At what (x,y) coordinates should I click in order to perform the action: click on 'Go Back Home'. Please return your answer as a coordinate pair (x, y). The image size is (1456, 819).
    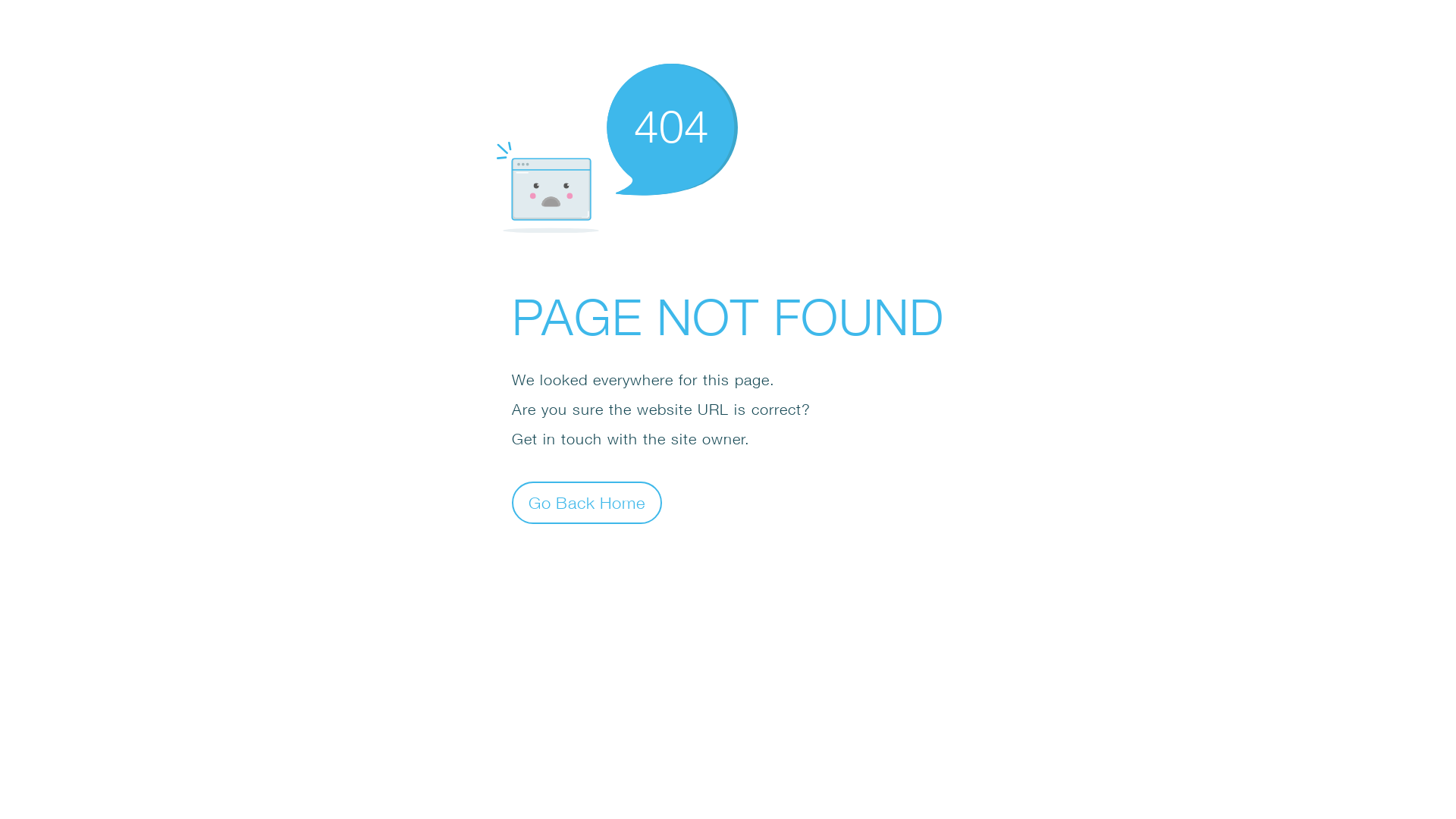
    Looking at the image, I should click on (585, 503).